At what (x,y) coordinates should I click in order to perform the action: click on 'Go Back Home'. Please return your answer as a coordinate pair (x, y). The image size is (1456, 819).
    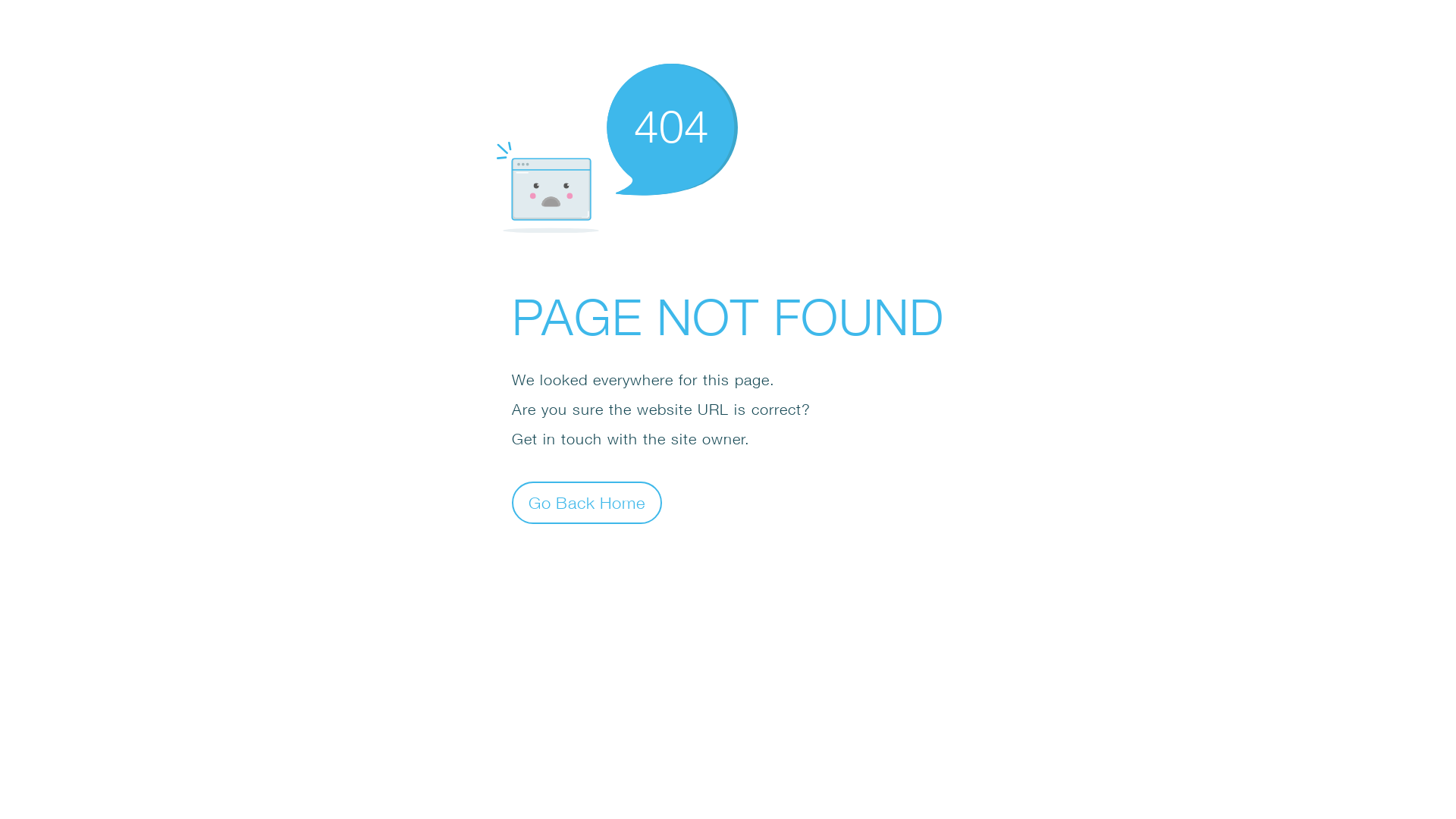
    Looking at the image, I should click on (585, 503).